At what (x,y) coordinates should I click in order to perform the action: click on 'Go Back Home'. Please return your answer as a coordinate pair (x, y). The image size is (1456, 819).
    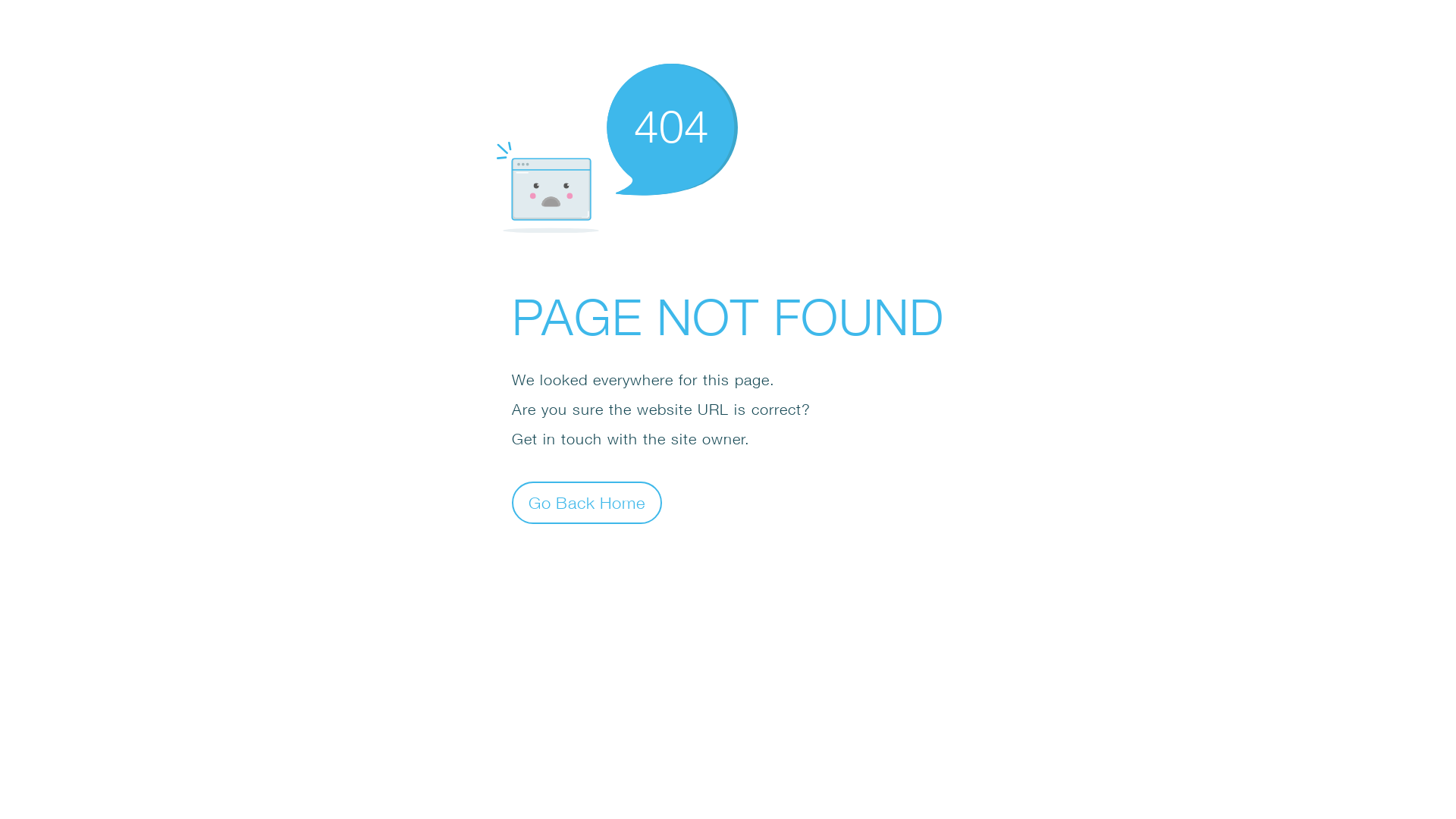
    Looking at the image, I should click on (585, 503).